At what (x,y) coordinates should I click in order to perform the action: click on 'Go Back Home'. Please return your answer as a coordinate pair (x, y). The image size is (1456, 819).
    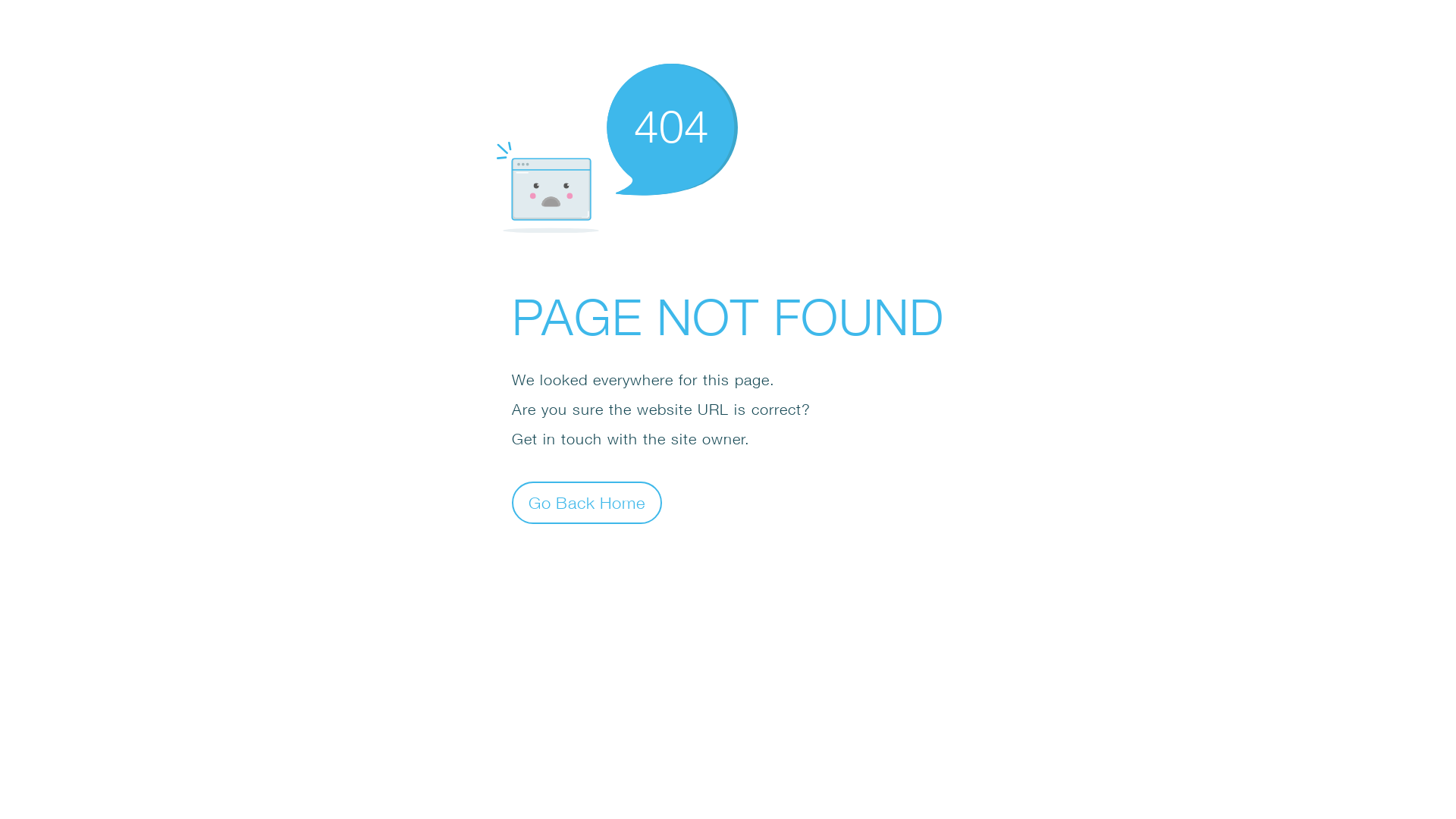
    Looking at the image, I should click on (585, 503).